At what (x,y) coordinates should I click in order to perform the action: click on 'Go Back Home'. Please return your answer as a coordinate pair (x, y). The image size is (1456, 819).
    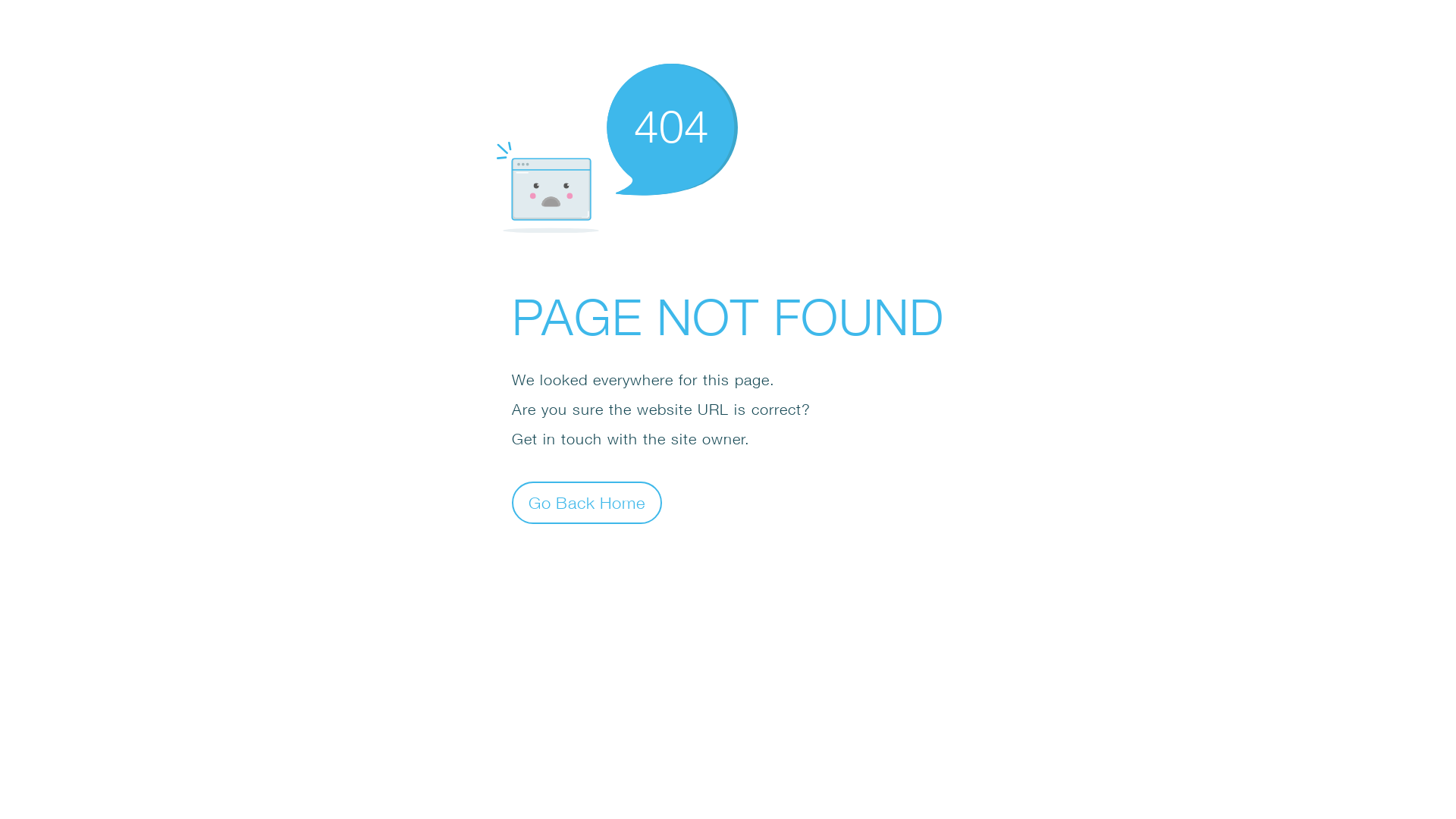
    Looking at the image, I should click on (585, 503).